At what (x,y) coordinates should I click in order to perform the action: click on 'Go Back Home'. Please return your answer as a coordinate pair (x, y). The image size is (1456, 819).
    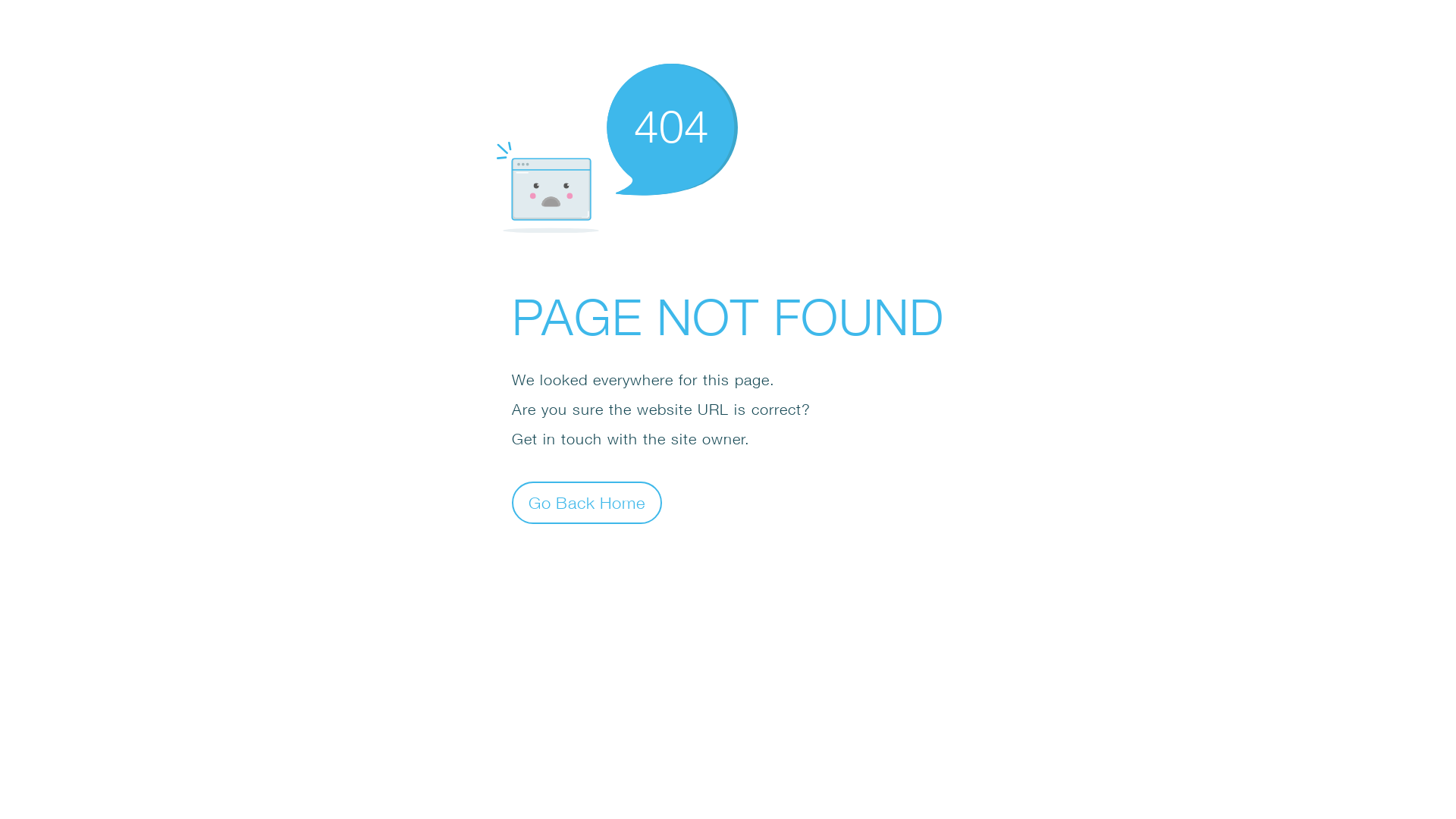
    Looking at the image, I should click on (585, 503).